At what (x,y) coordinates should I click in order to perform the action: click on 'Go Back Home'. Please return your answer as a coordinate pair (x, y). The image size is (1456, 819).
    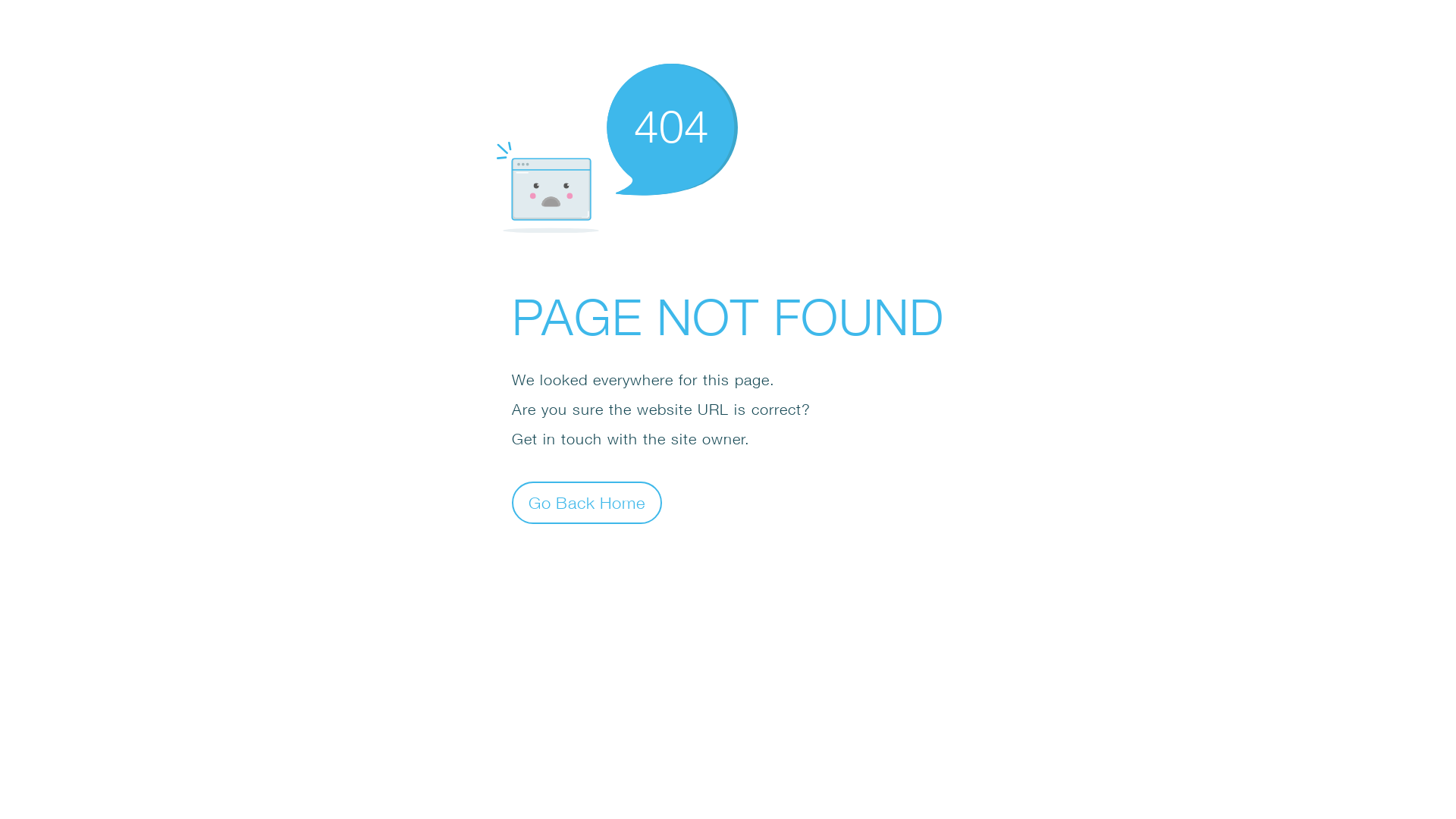
    Looking at the image, I should click on (585, 503).